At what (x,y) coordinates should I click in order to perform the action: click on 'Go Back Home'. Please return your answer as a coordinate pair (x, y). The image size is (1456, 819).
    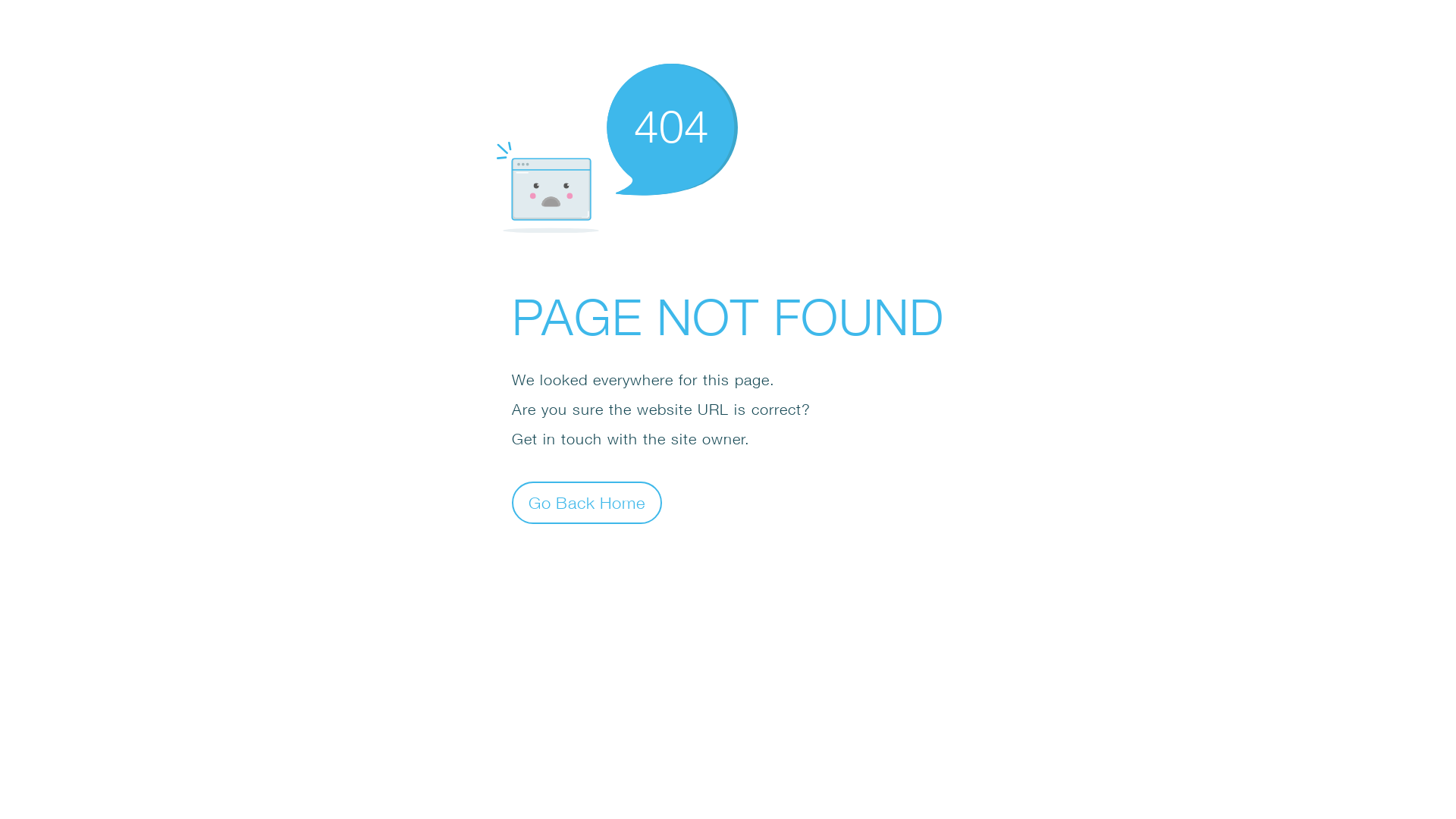
    Looking at the image, I should click on (585, 503).